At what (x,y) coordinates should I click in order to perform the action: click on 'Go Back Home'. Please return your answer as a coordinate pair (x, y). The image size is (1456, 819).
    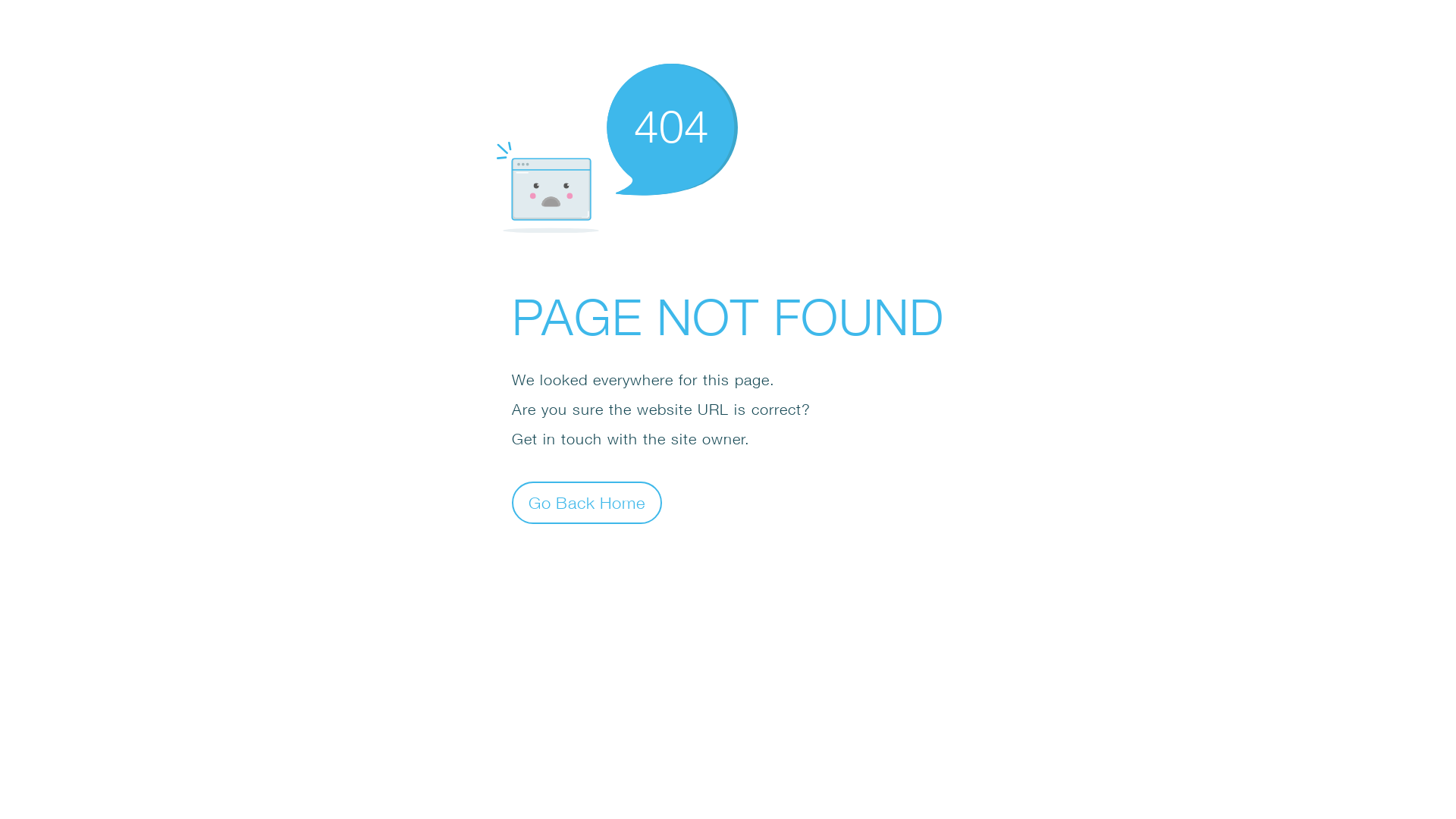
    Looking at the image, I should click on (585, 503).